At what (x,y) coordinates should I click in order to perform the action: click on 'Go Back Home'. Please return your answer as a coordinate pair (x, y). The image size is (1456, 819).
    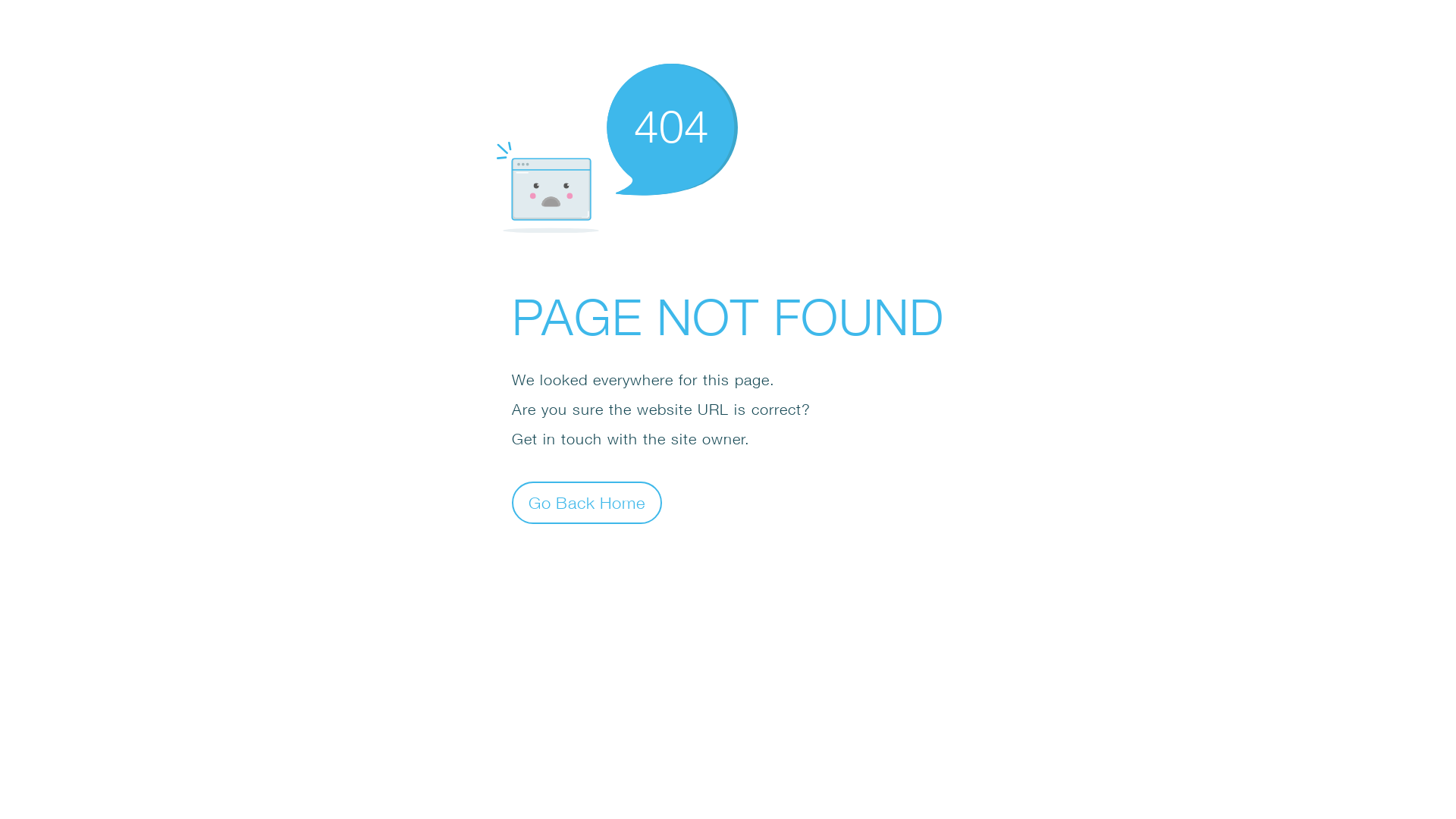
    Looking at the image, I should click on (585, 503).